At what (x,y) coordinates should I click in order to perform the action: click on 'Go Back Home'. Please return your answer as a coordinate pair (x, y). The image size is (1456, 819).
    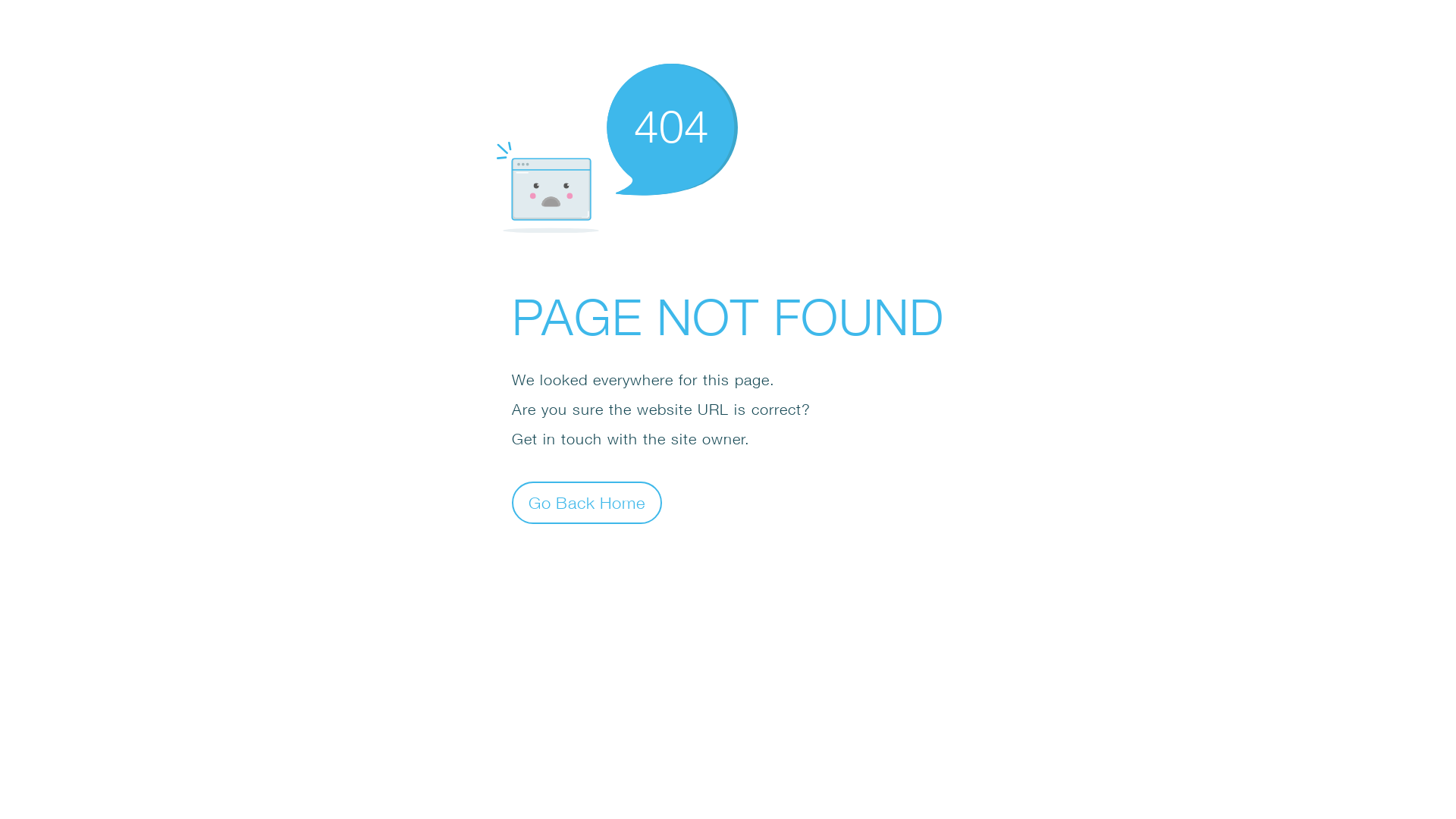
    Looking at the image, I should click on (585, 503).